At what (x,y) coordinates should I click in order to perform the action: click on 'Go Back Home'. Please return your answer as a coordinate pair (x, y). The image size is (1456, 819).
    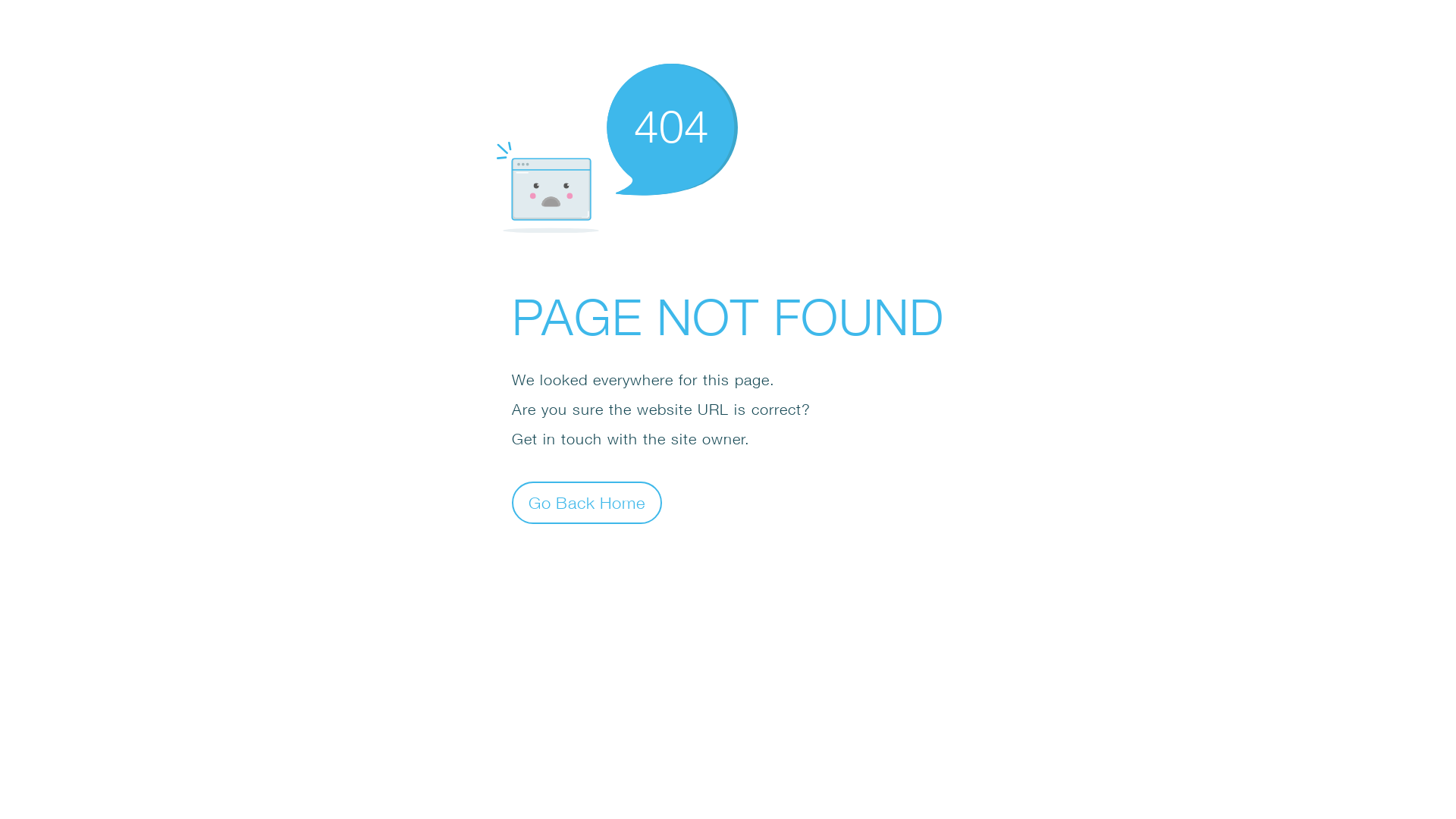
    Looking at the image, I should click on (585, 503).